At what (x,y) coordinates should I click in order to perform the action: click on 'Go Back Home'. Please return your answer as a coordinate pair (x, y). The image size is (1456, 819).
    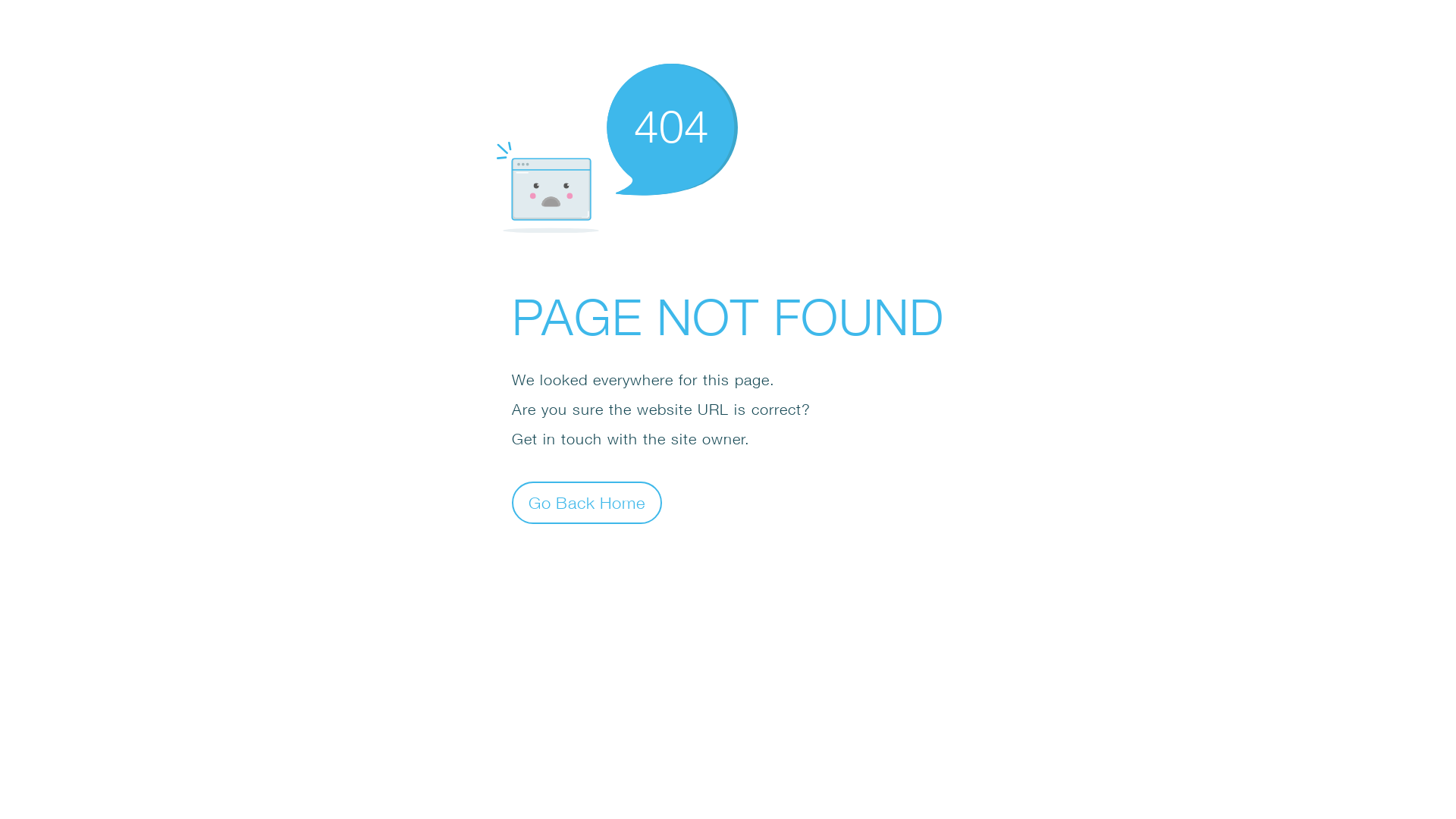
    Looking at the image, I should click on (585, 503).